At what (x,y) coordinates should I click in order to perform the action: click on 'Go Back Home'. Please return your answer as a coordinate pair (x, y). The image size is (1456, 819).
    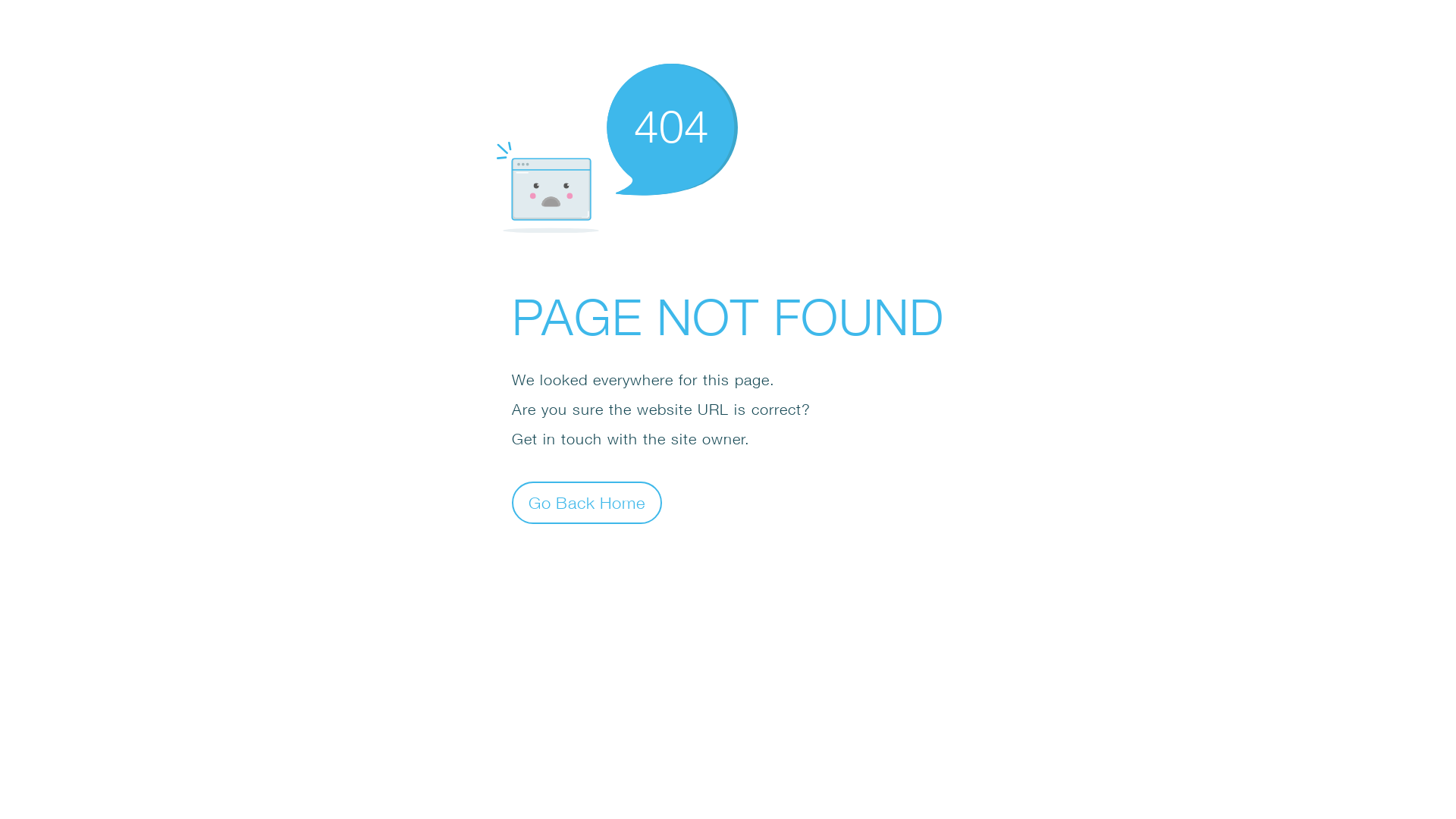
    Looking at the image, I should click on (585, 503).